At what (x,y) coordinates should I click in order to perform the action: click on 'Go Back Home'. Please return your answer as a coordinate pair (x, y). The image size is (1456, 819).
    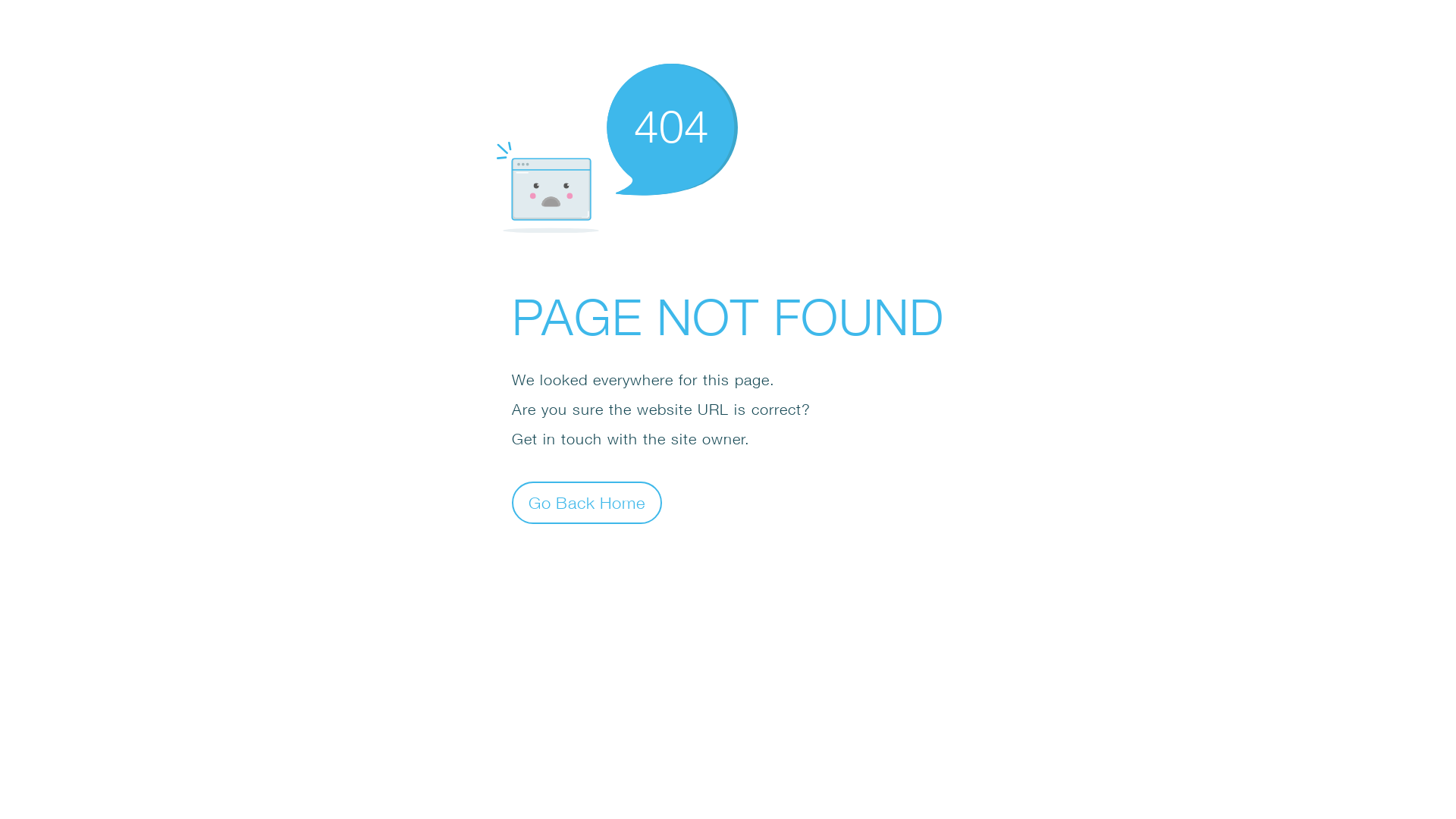
    Looking at the image, I should click on (585, 503).